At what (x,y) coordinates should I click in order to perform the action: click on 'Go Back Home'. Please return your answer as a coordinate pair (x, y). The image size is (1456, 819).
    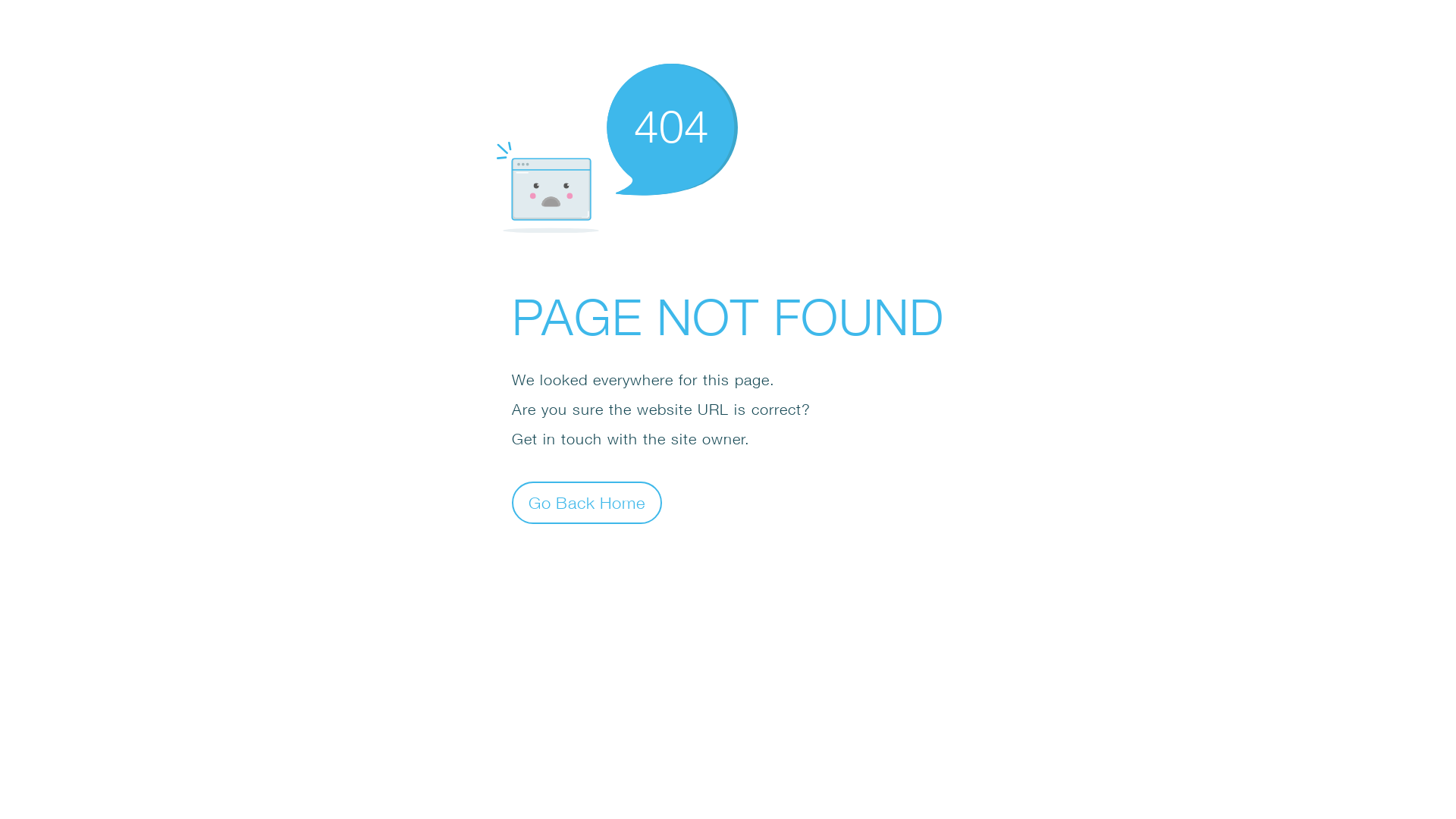
    Looking at the image, I should click on (585, 503).